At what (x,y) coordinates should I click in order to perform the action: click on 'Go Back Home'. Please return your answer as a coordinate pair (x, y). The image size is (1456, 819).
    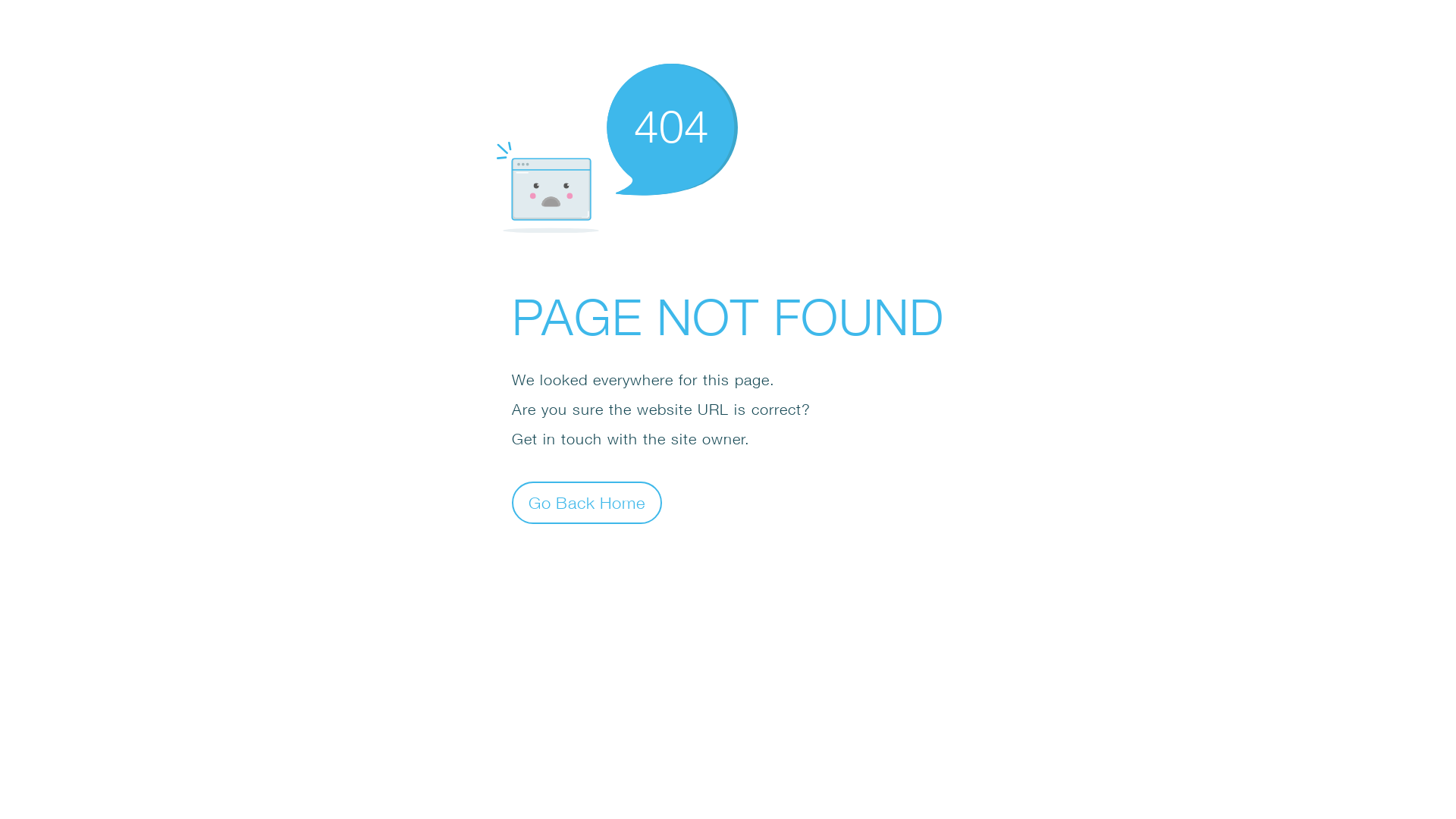
    Looking at the image, I should click on (585, 503).